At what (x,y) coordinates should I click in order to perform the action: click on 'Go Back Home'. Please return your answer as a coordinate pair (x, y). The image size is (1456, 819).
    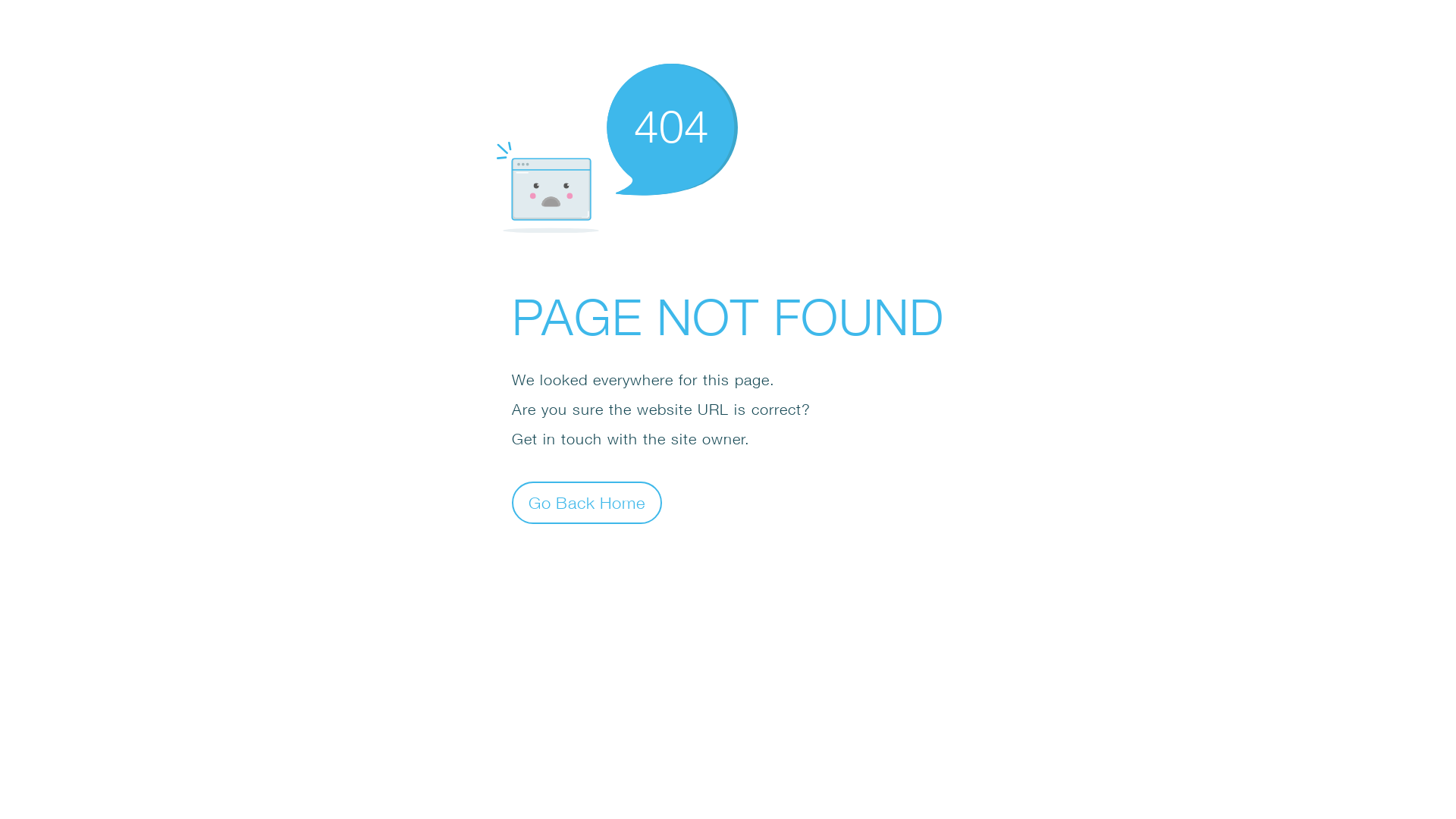
    Looking at the image, I should click on (585, 503).